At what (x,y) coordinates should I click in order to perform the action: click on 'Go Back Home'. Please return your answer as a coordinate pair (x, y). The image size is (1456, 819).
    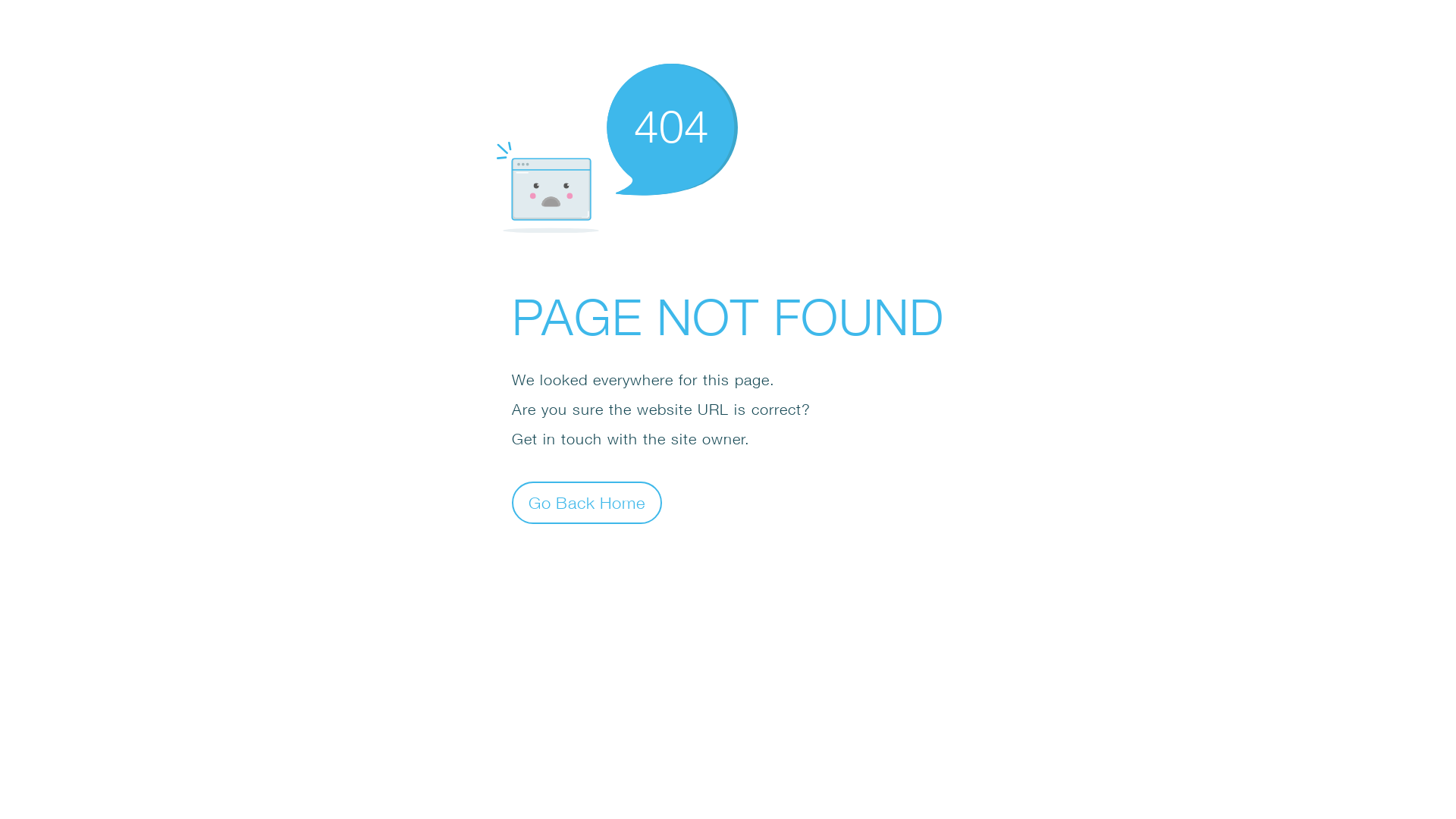
    Looking at the image, I should click on (585, 503).